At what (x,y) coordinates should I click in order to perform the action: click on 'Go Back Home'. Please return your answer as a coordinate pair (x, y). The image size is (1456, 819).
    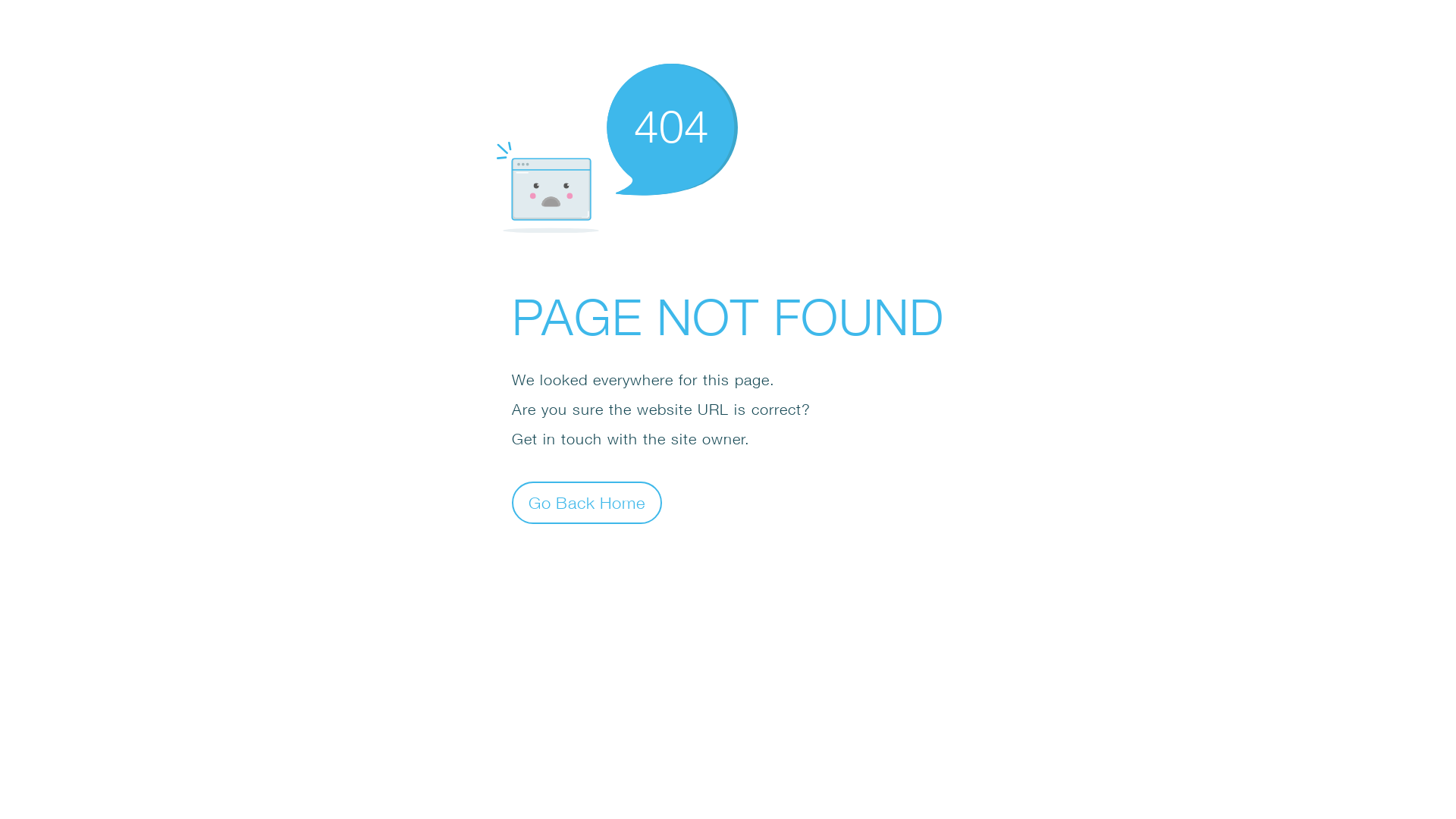
    Looking at the image, I should click on (585, 503).